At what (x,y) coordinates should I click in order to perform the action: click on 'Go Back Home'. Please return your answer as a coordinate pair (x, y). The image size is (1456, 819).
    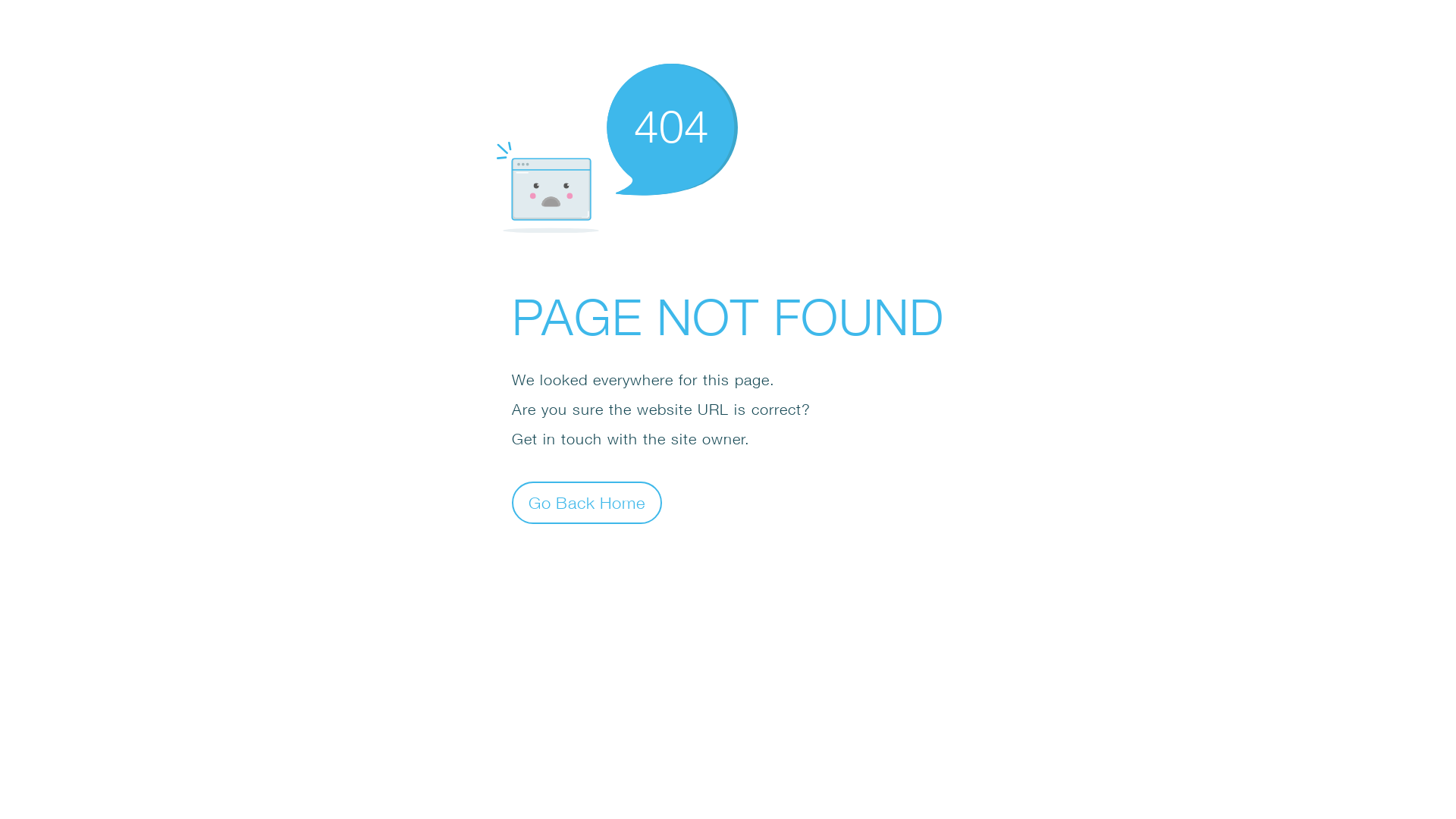
    Looking at the image, I should click on (585, 503).